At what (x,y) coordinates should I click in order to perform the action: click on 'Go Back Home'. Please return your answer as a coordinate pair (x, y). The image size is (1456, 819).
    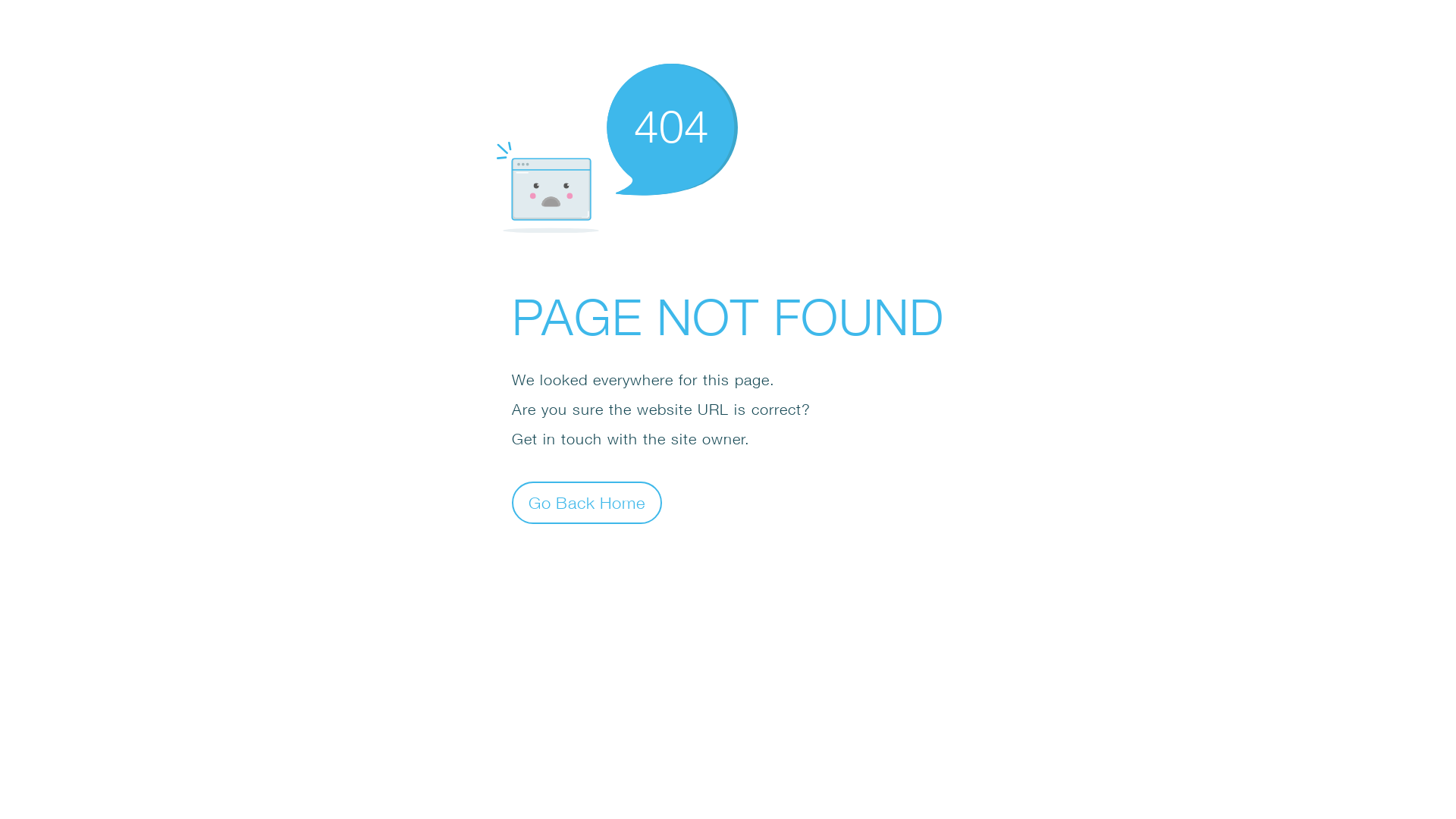
    Looking at the image, I should click on (585, 503).